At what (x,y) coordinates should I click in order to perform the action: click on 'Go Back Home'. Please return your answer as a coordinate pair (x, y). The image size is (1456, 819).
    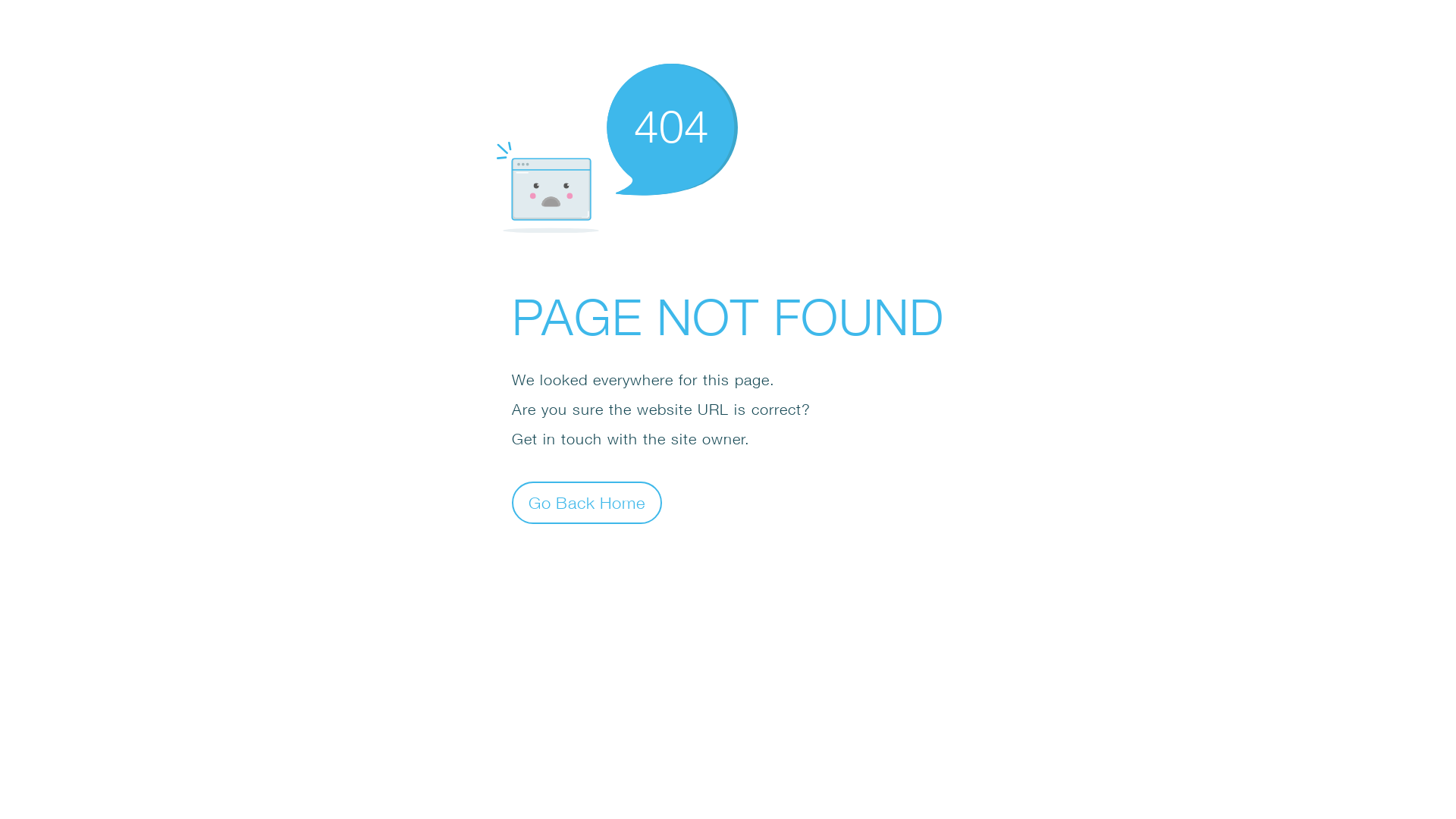
    Looking at the image, I should click on (585, 503).